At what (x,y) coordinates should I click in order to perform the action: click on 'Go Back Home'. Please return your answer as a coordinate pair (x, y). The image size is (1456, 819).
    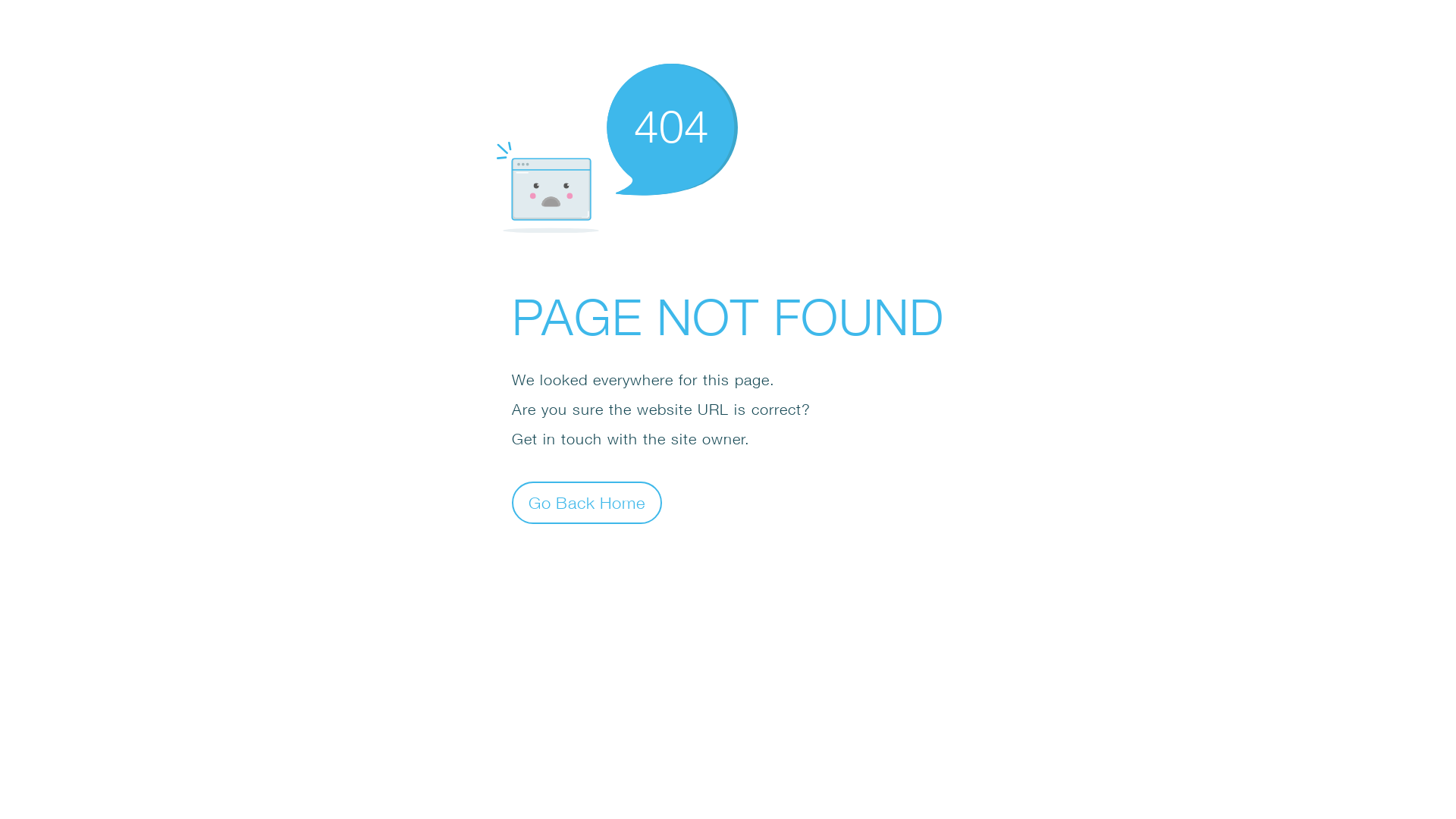
    Looking at the image, I should click on (585, 503).